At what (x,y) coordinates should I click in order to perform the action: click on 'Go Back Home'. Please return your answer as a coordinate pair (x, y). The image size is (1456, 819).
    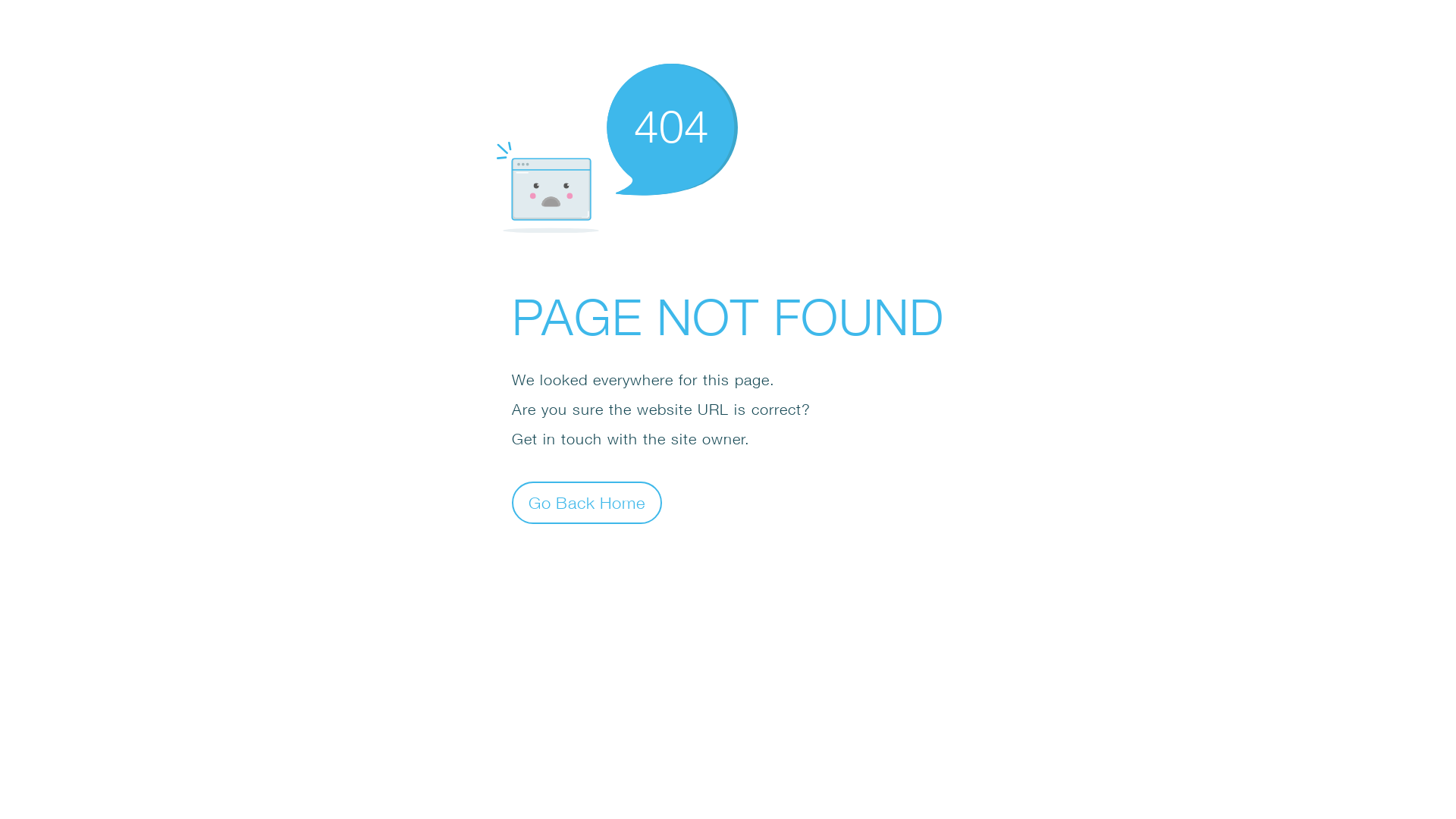
    Looking at the image, I should click on (585, 503).